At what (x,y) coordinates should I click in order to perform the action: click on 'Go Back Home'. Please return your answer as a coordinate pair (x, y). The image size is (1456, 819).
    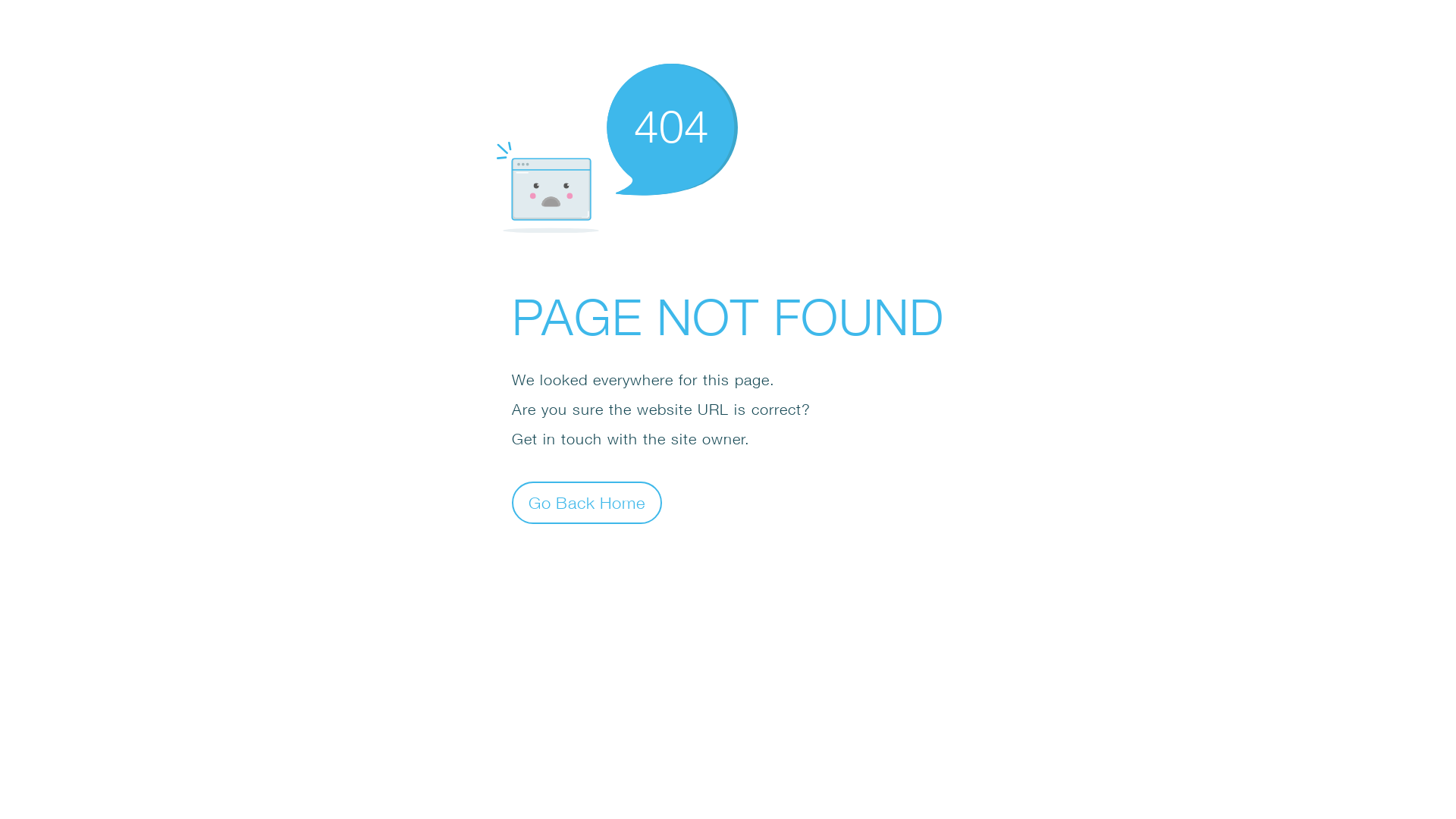
    Looking at the image, I should click on (585, 503).